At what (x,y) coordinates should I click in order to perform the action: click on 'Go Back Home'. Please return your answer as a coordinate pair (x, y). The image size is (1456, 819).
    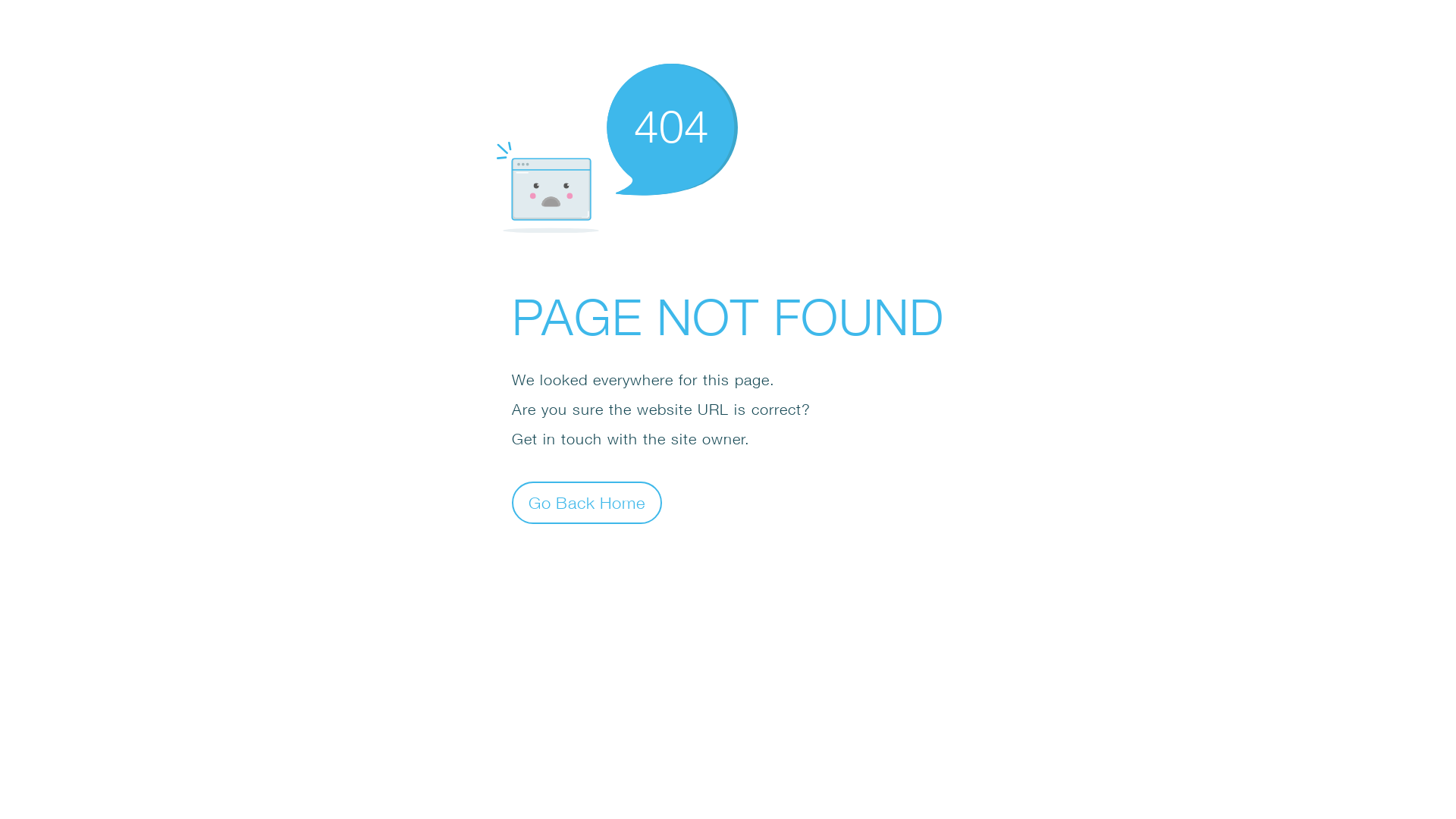
    Looking at the image, I should click on (585, 503).